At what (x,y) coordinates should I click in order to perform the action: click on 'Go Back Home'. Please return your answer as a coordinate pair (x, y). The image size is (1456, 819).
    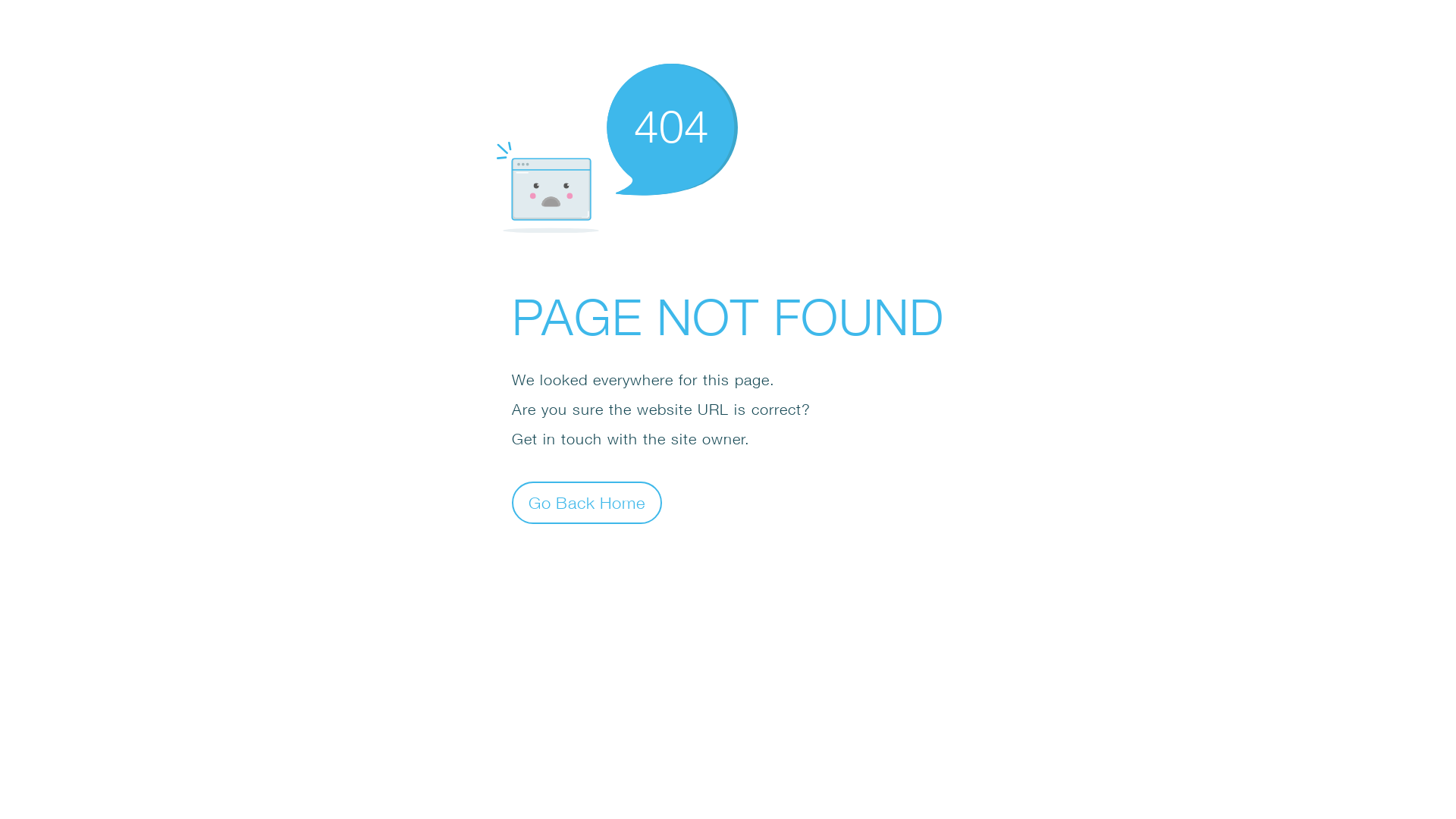
    Looking at the image, I should click on (585, 503).